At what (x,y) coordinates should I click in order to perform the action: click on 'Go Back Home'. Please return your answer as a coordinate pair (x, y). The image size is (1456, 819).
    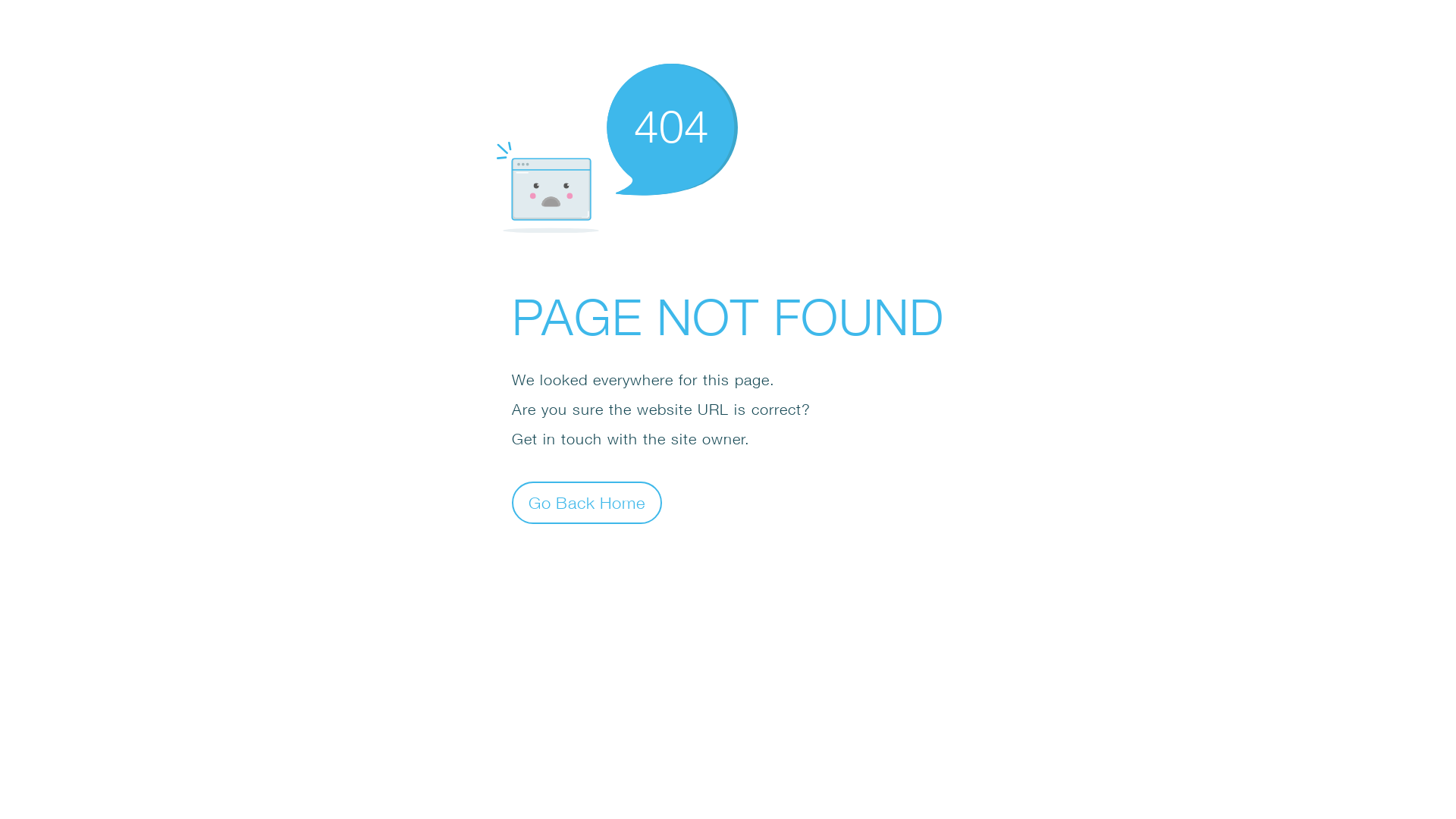
    Looking at the image, I should click on (585, 503).